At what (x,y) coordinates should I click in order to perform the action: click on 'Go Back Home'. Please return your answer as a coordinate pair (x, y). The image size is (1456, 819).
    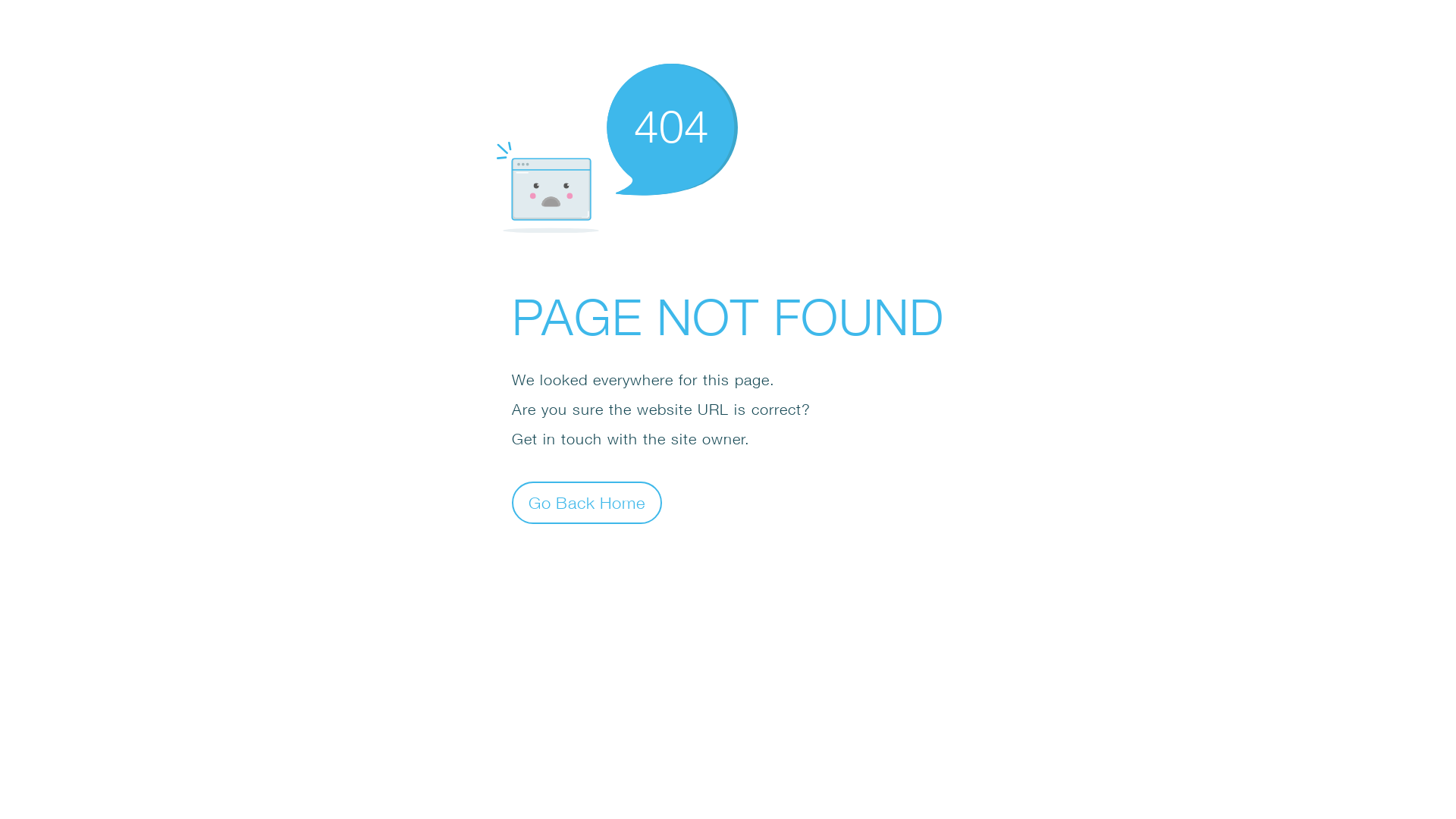
    Looking at the image, I should click on (585, 503).